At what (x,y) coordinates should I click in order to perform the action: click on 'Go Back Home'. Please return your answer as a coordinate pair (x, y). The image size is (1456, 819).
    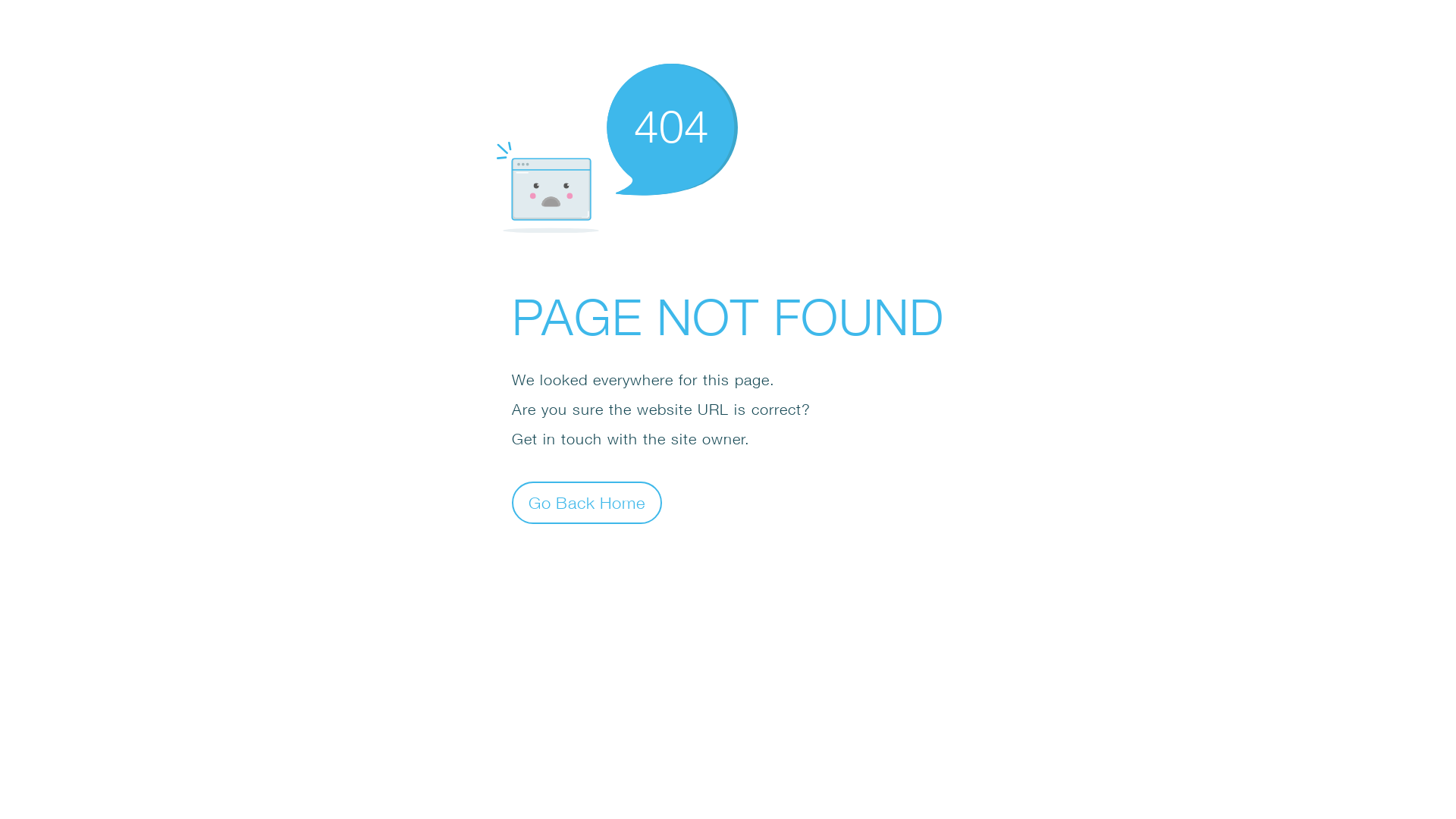
    Looking at the image, I should click on (585, 503).